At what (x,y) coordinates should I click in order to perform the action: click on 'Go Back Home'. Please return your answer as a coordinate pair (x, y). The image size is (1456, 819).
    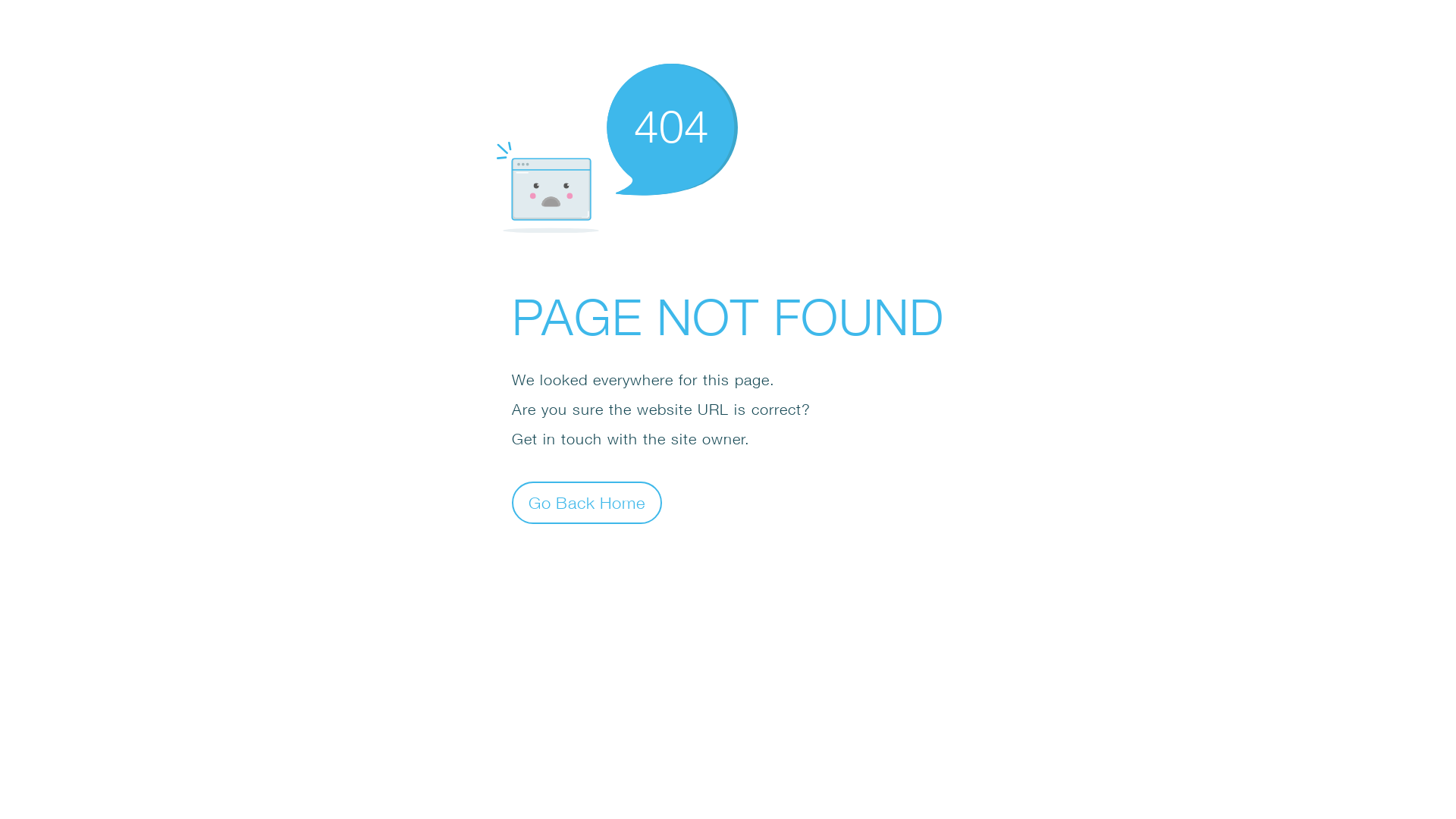
    Looking at the image, I should click on (585, 503).